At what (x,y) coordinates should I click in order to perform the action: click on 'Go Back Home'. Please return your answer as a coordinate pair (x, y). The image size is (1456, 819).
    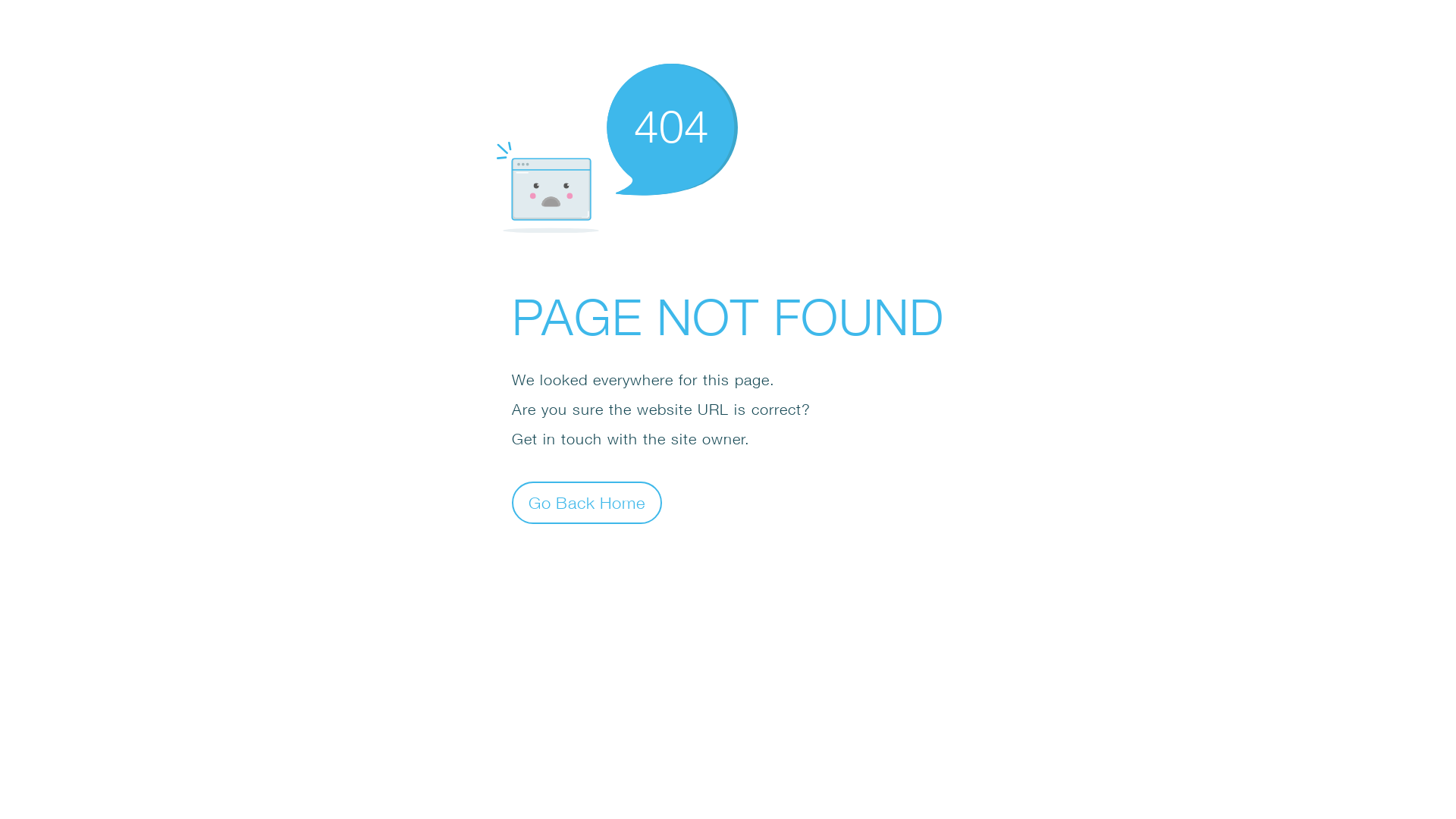
    Looking at the image, I should click on (585, 503).